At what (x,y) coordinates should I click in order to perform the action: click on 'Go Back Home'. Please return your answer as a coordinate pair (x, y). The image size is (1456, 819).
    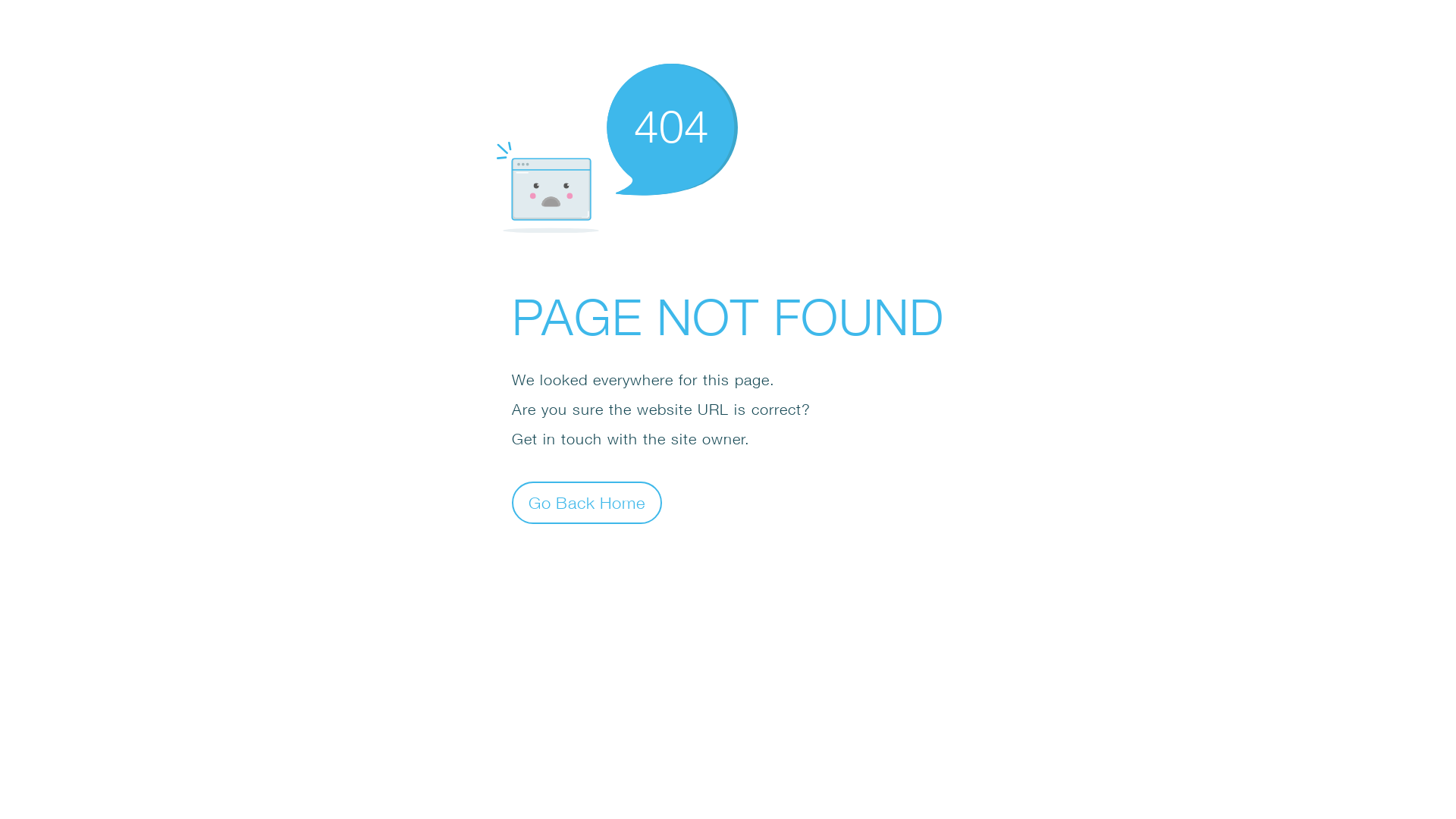
    Looking at the image, I should click on (585, 503).